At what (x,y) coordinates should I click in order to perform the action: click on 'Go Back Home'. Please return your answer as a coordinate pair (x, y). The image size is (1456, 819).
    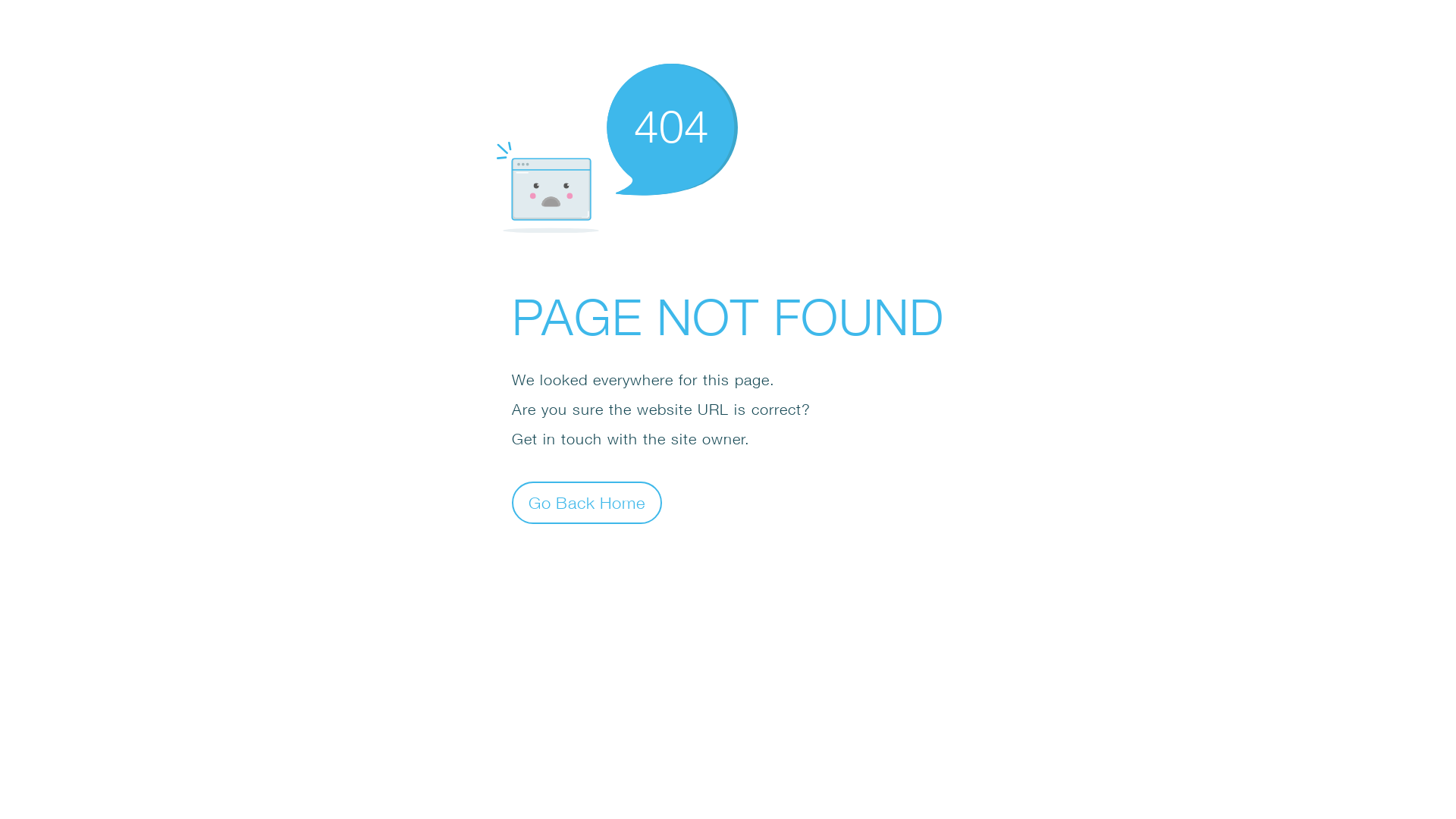
    Looking at the image, I should click on (585, 503).